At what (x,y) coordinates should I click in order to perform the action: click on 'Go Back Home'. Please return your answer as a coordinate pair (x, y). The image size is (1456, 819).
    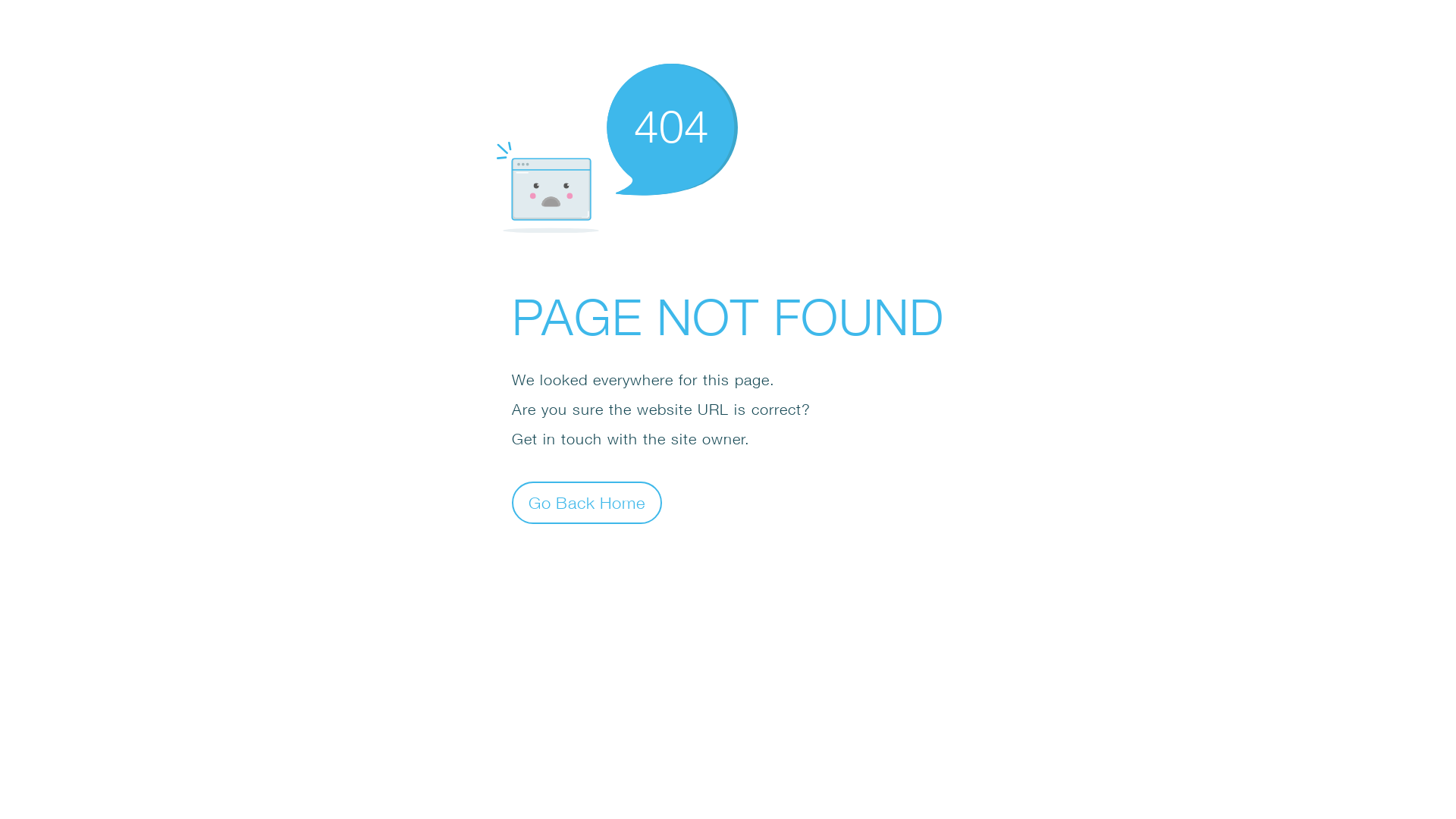
    Looking at the image, I should click on (585, 503).